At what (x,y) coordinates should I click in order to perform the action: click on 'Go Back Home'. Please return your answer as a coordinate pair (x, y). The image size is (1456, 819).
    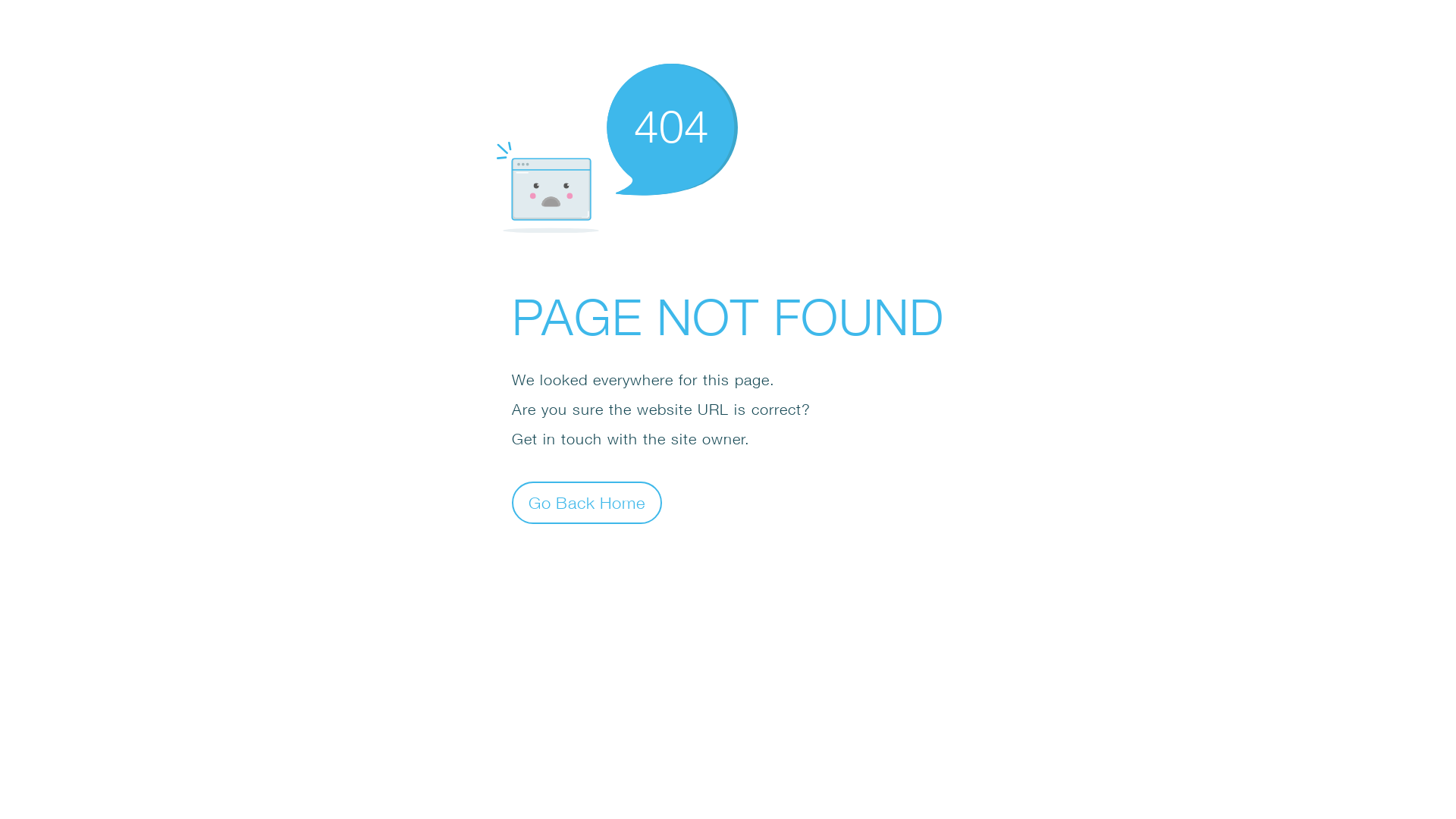
    Looking at the image, I should click on (585, 503).